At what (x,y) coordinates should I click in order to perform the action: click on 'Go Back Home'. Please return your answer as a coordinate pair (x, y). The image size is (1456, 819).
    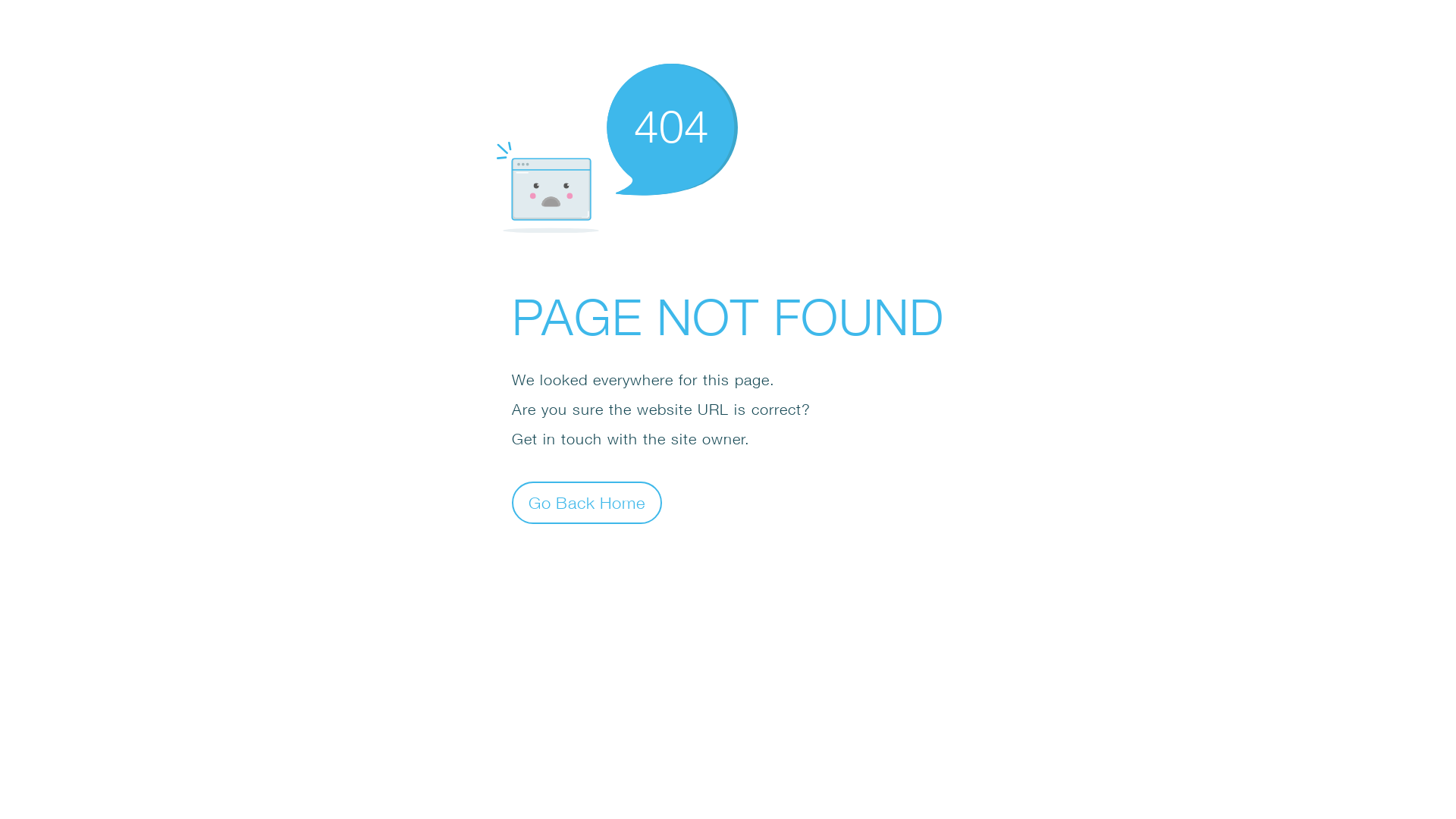
    Looking at the image, I should click on (585, 503).